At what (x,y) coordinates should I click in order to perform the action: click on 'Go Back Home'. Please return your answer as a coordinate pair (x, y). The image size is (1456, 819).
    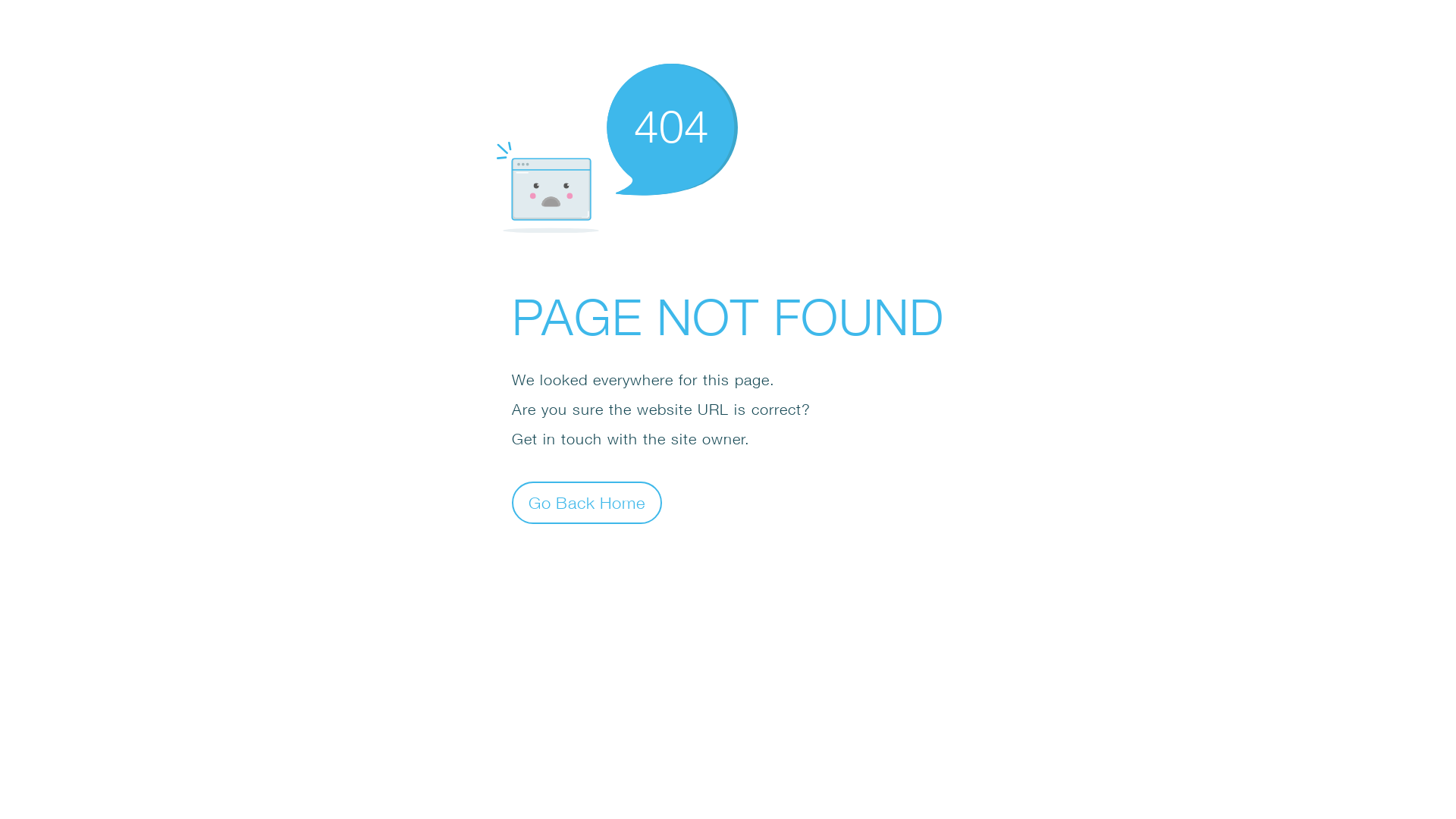
    Looking at the image, I should click on (585, 503).